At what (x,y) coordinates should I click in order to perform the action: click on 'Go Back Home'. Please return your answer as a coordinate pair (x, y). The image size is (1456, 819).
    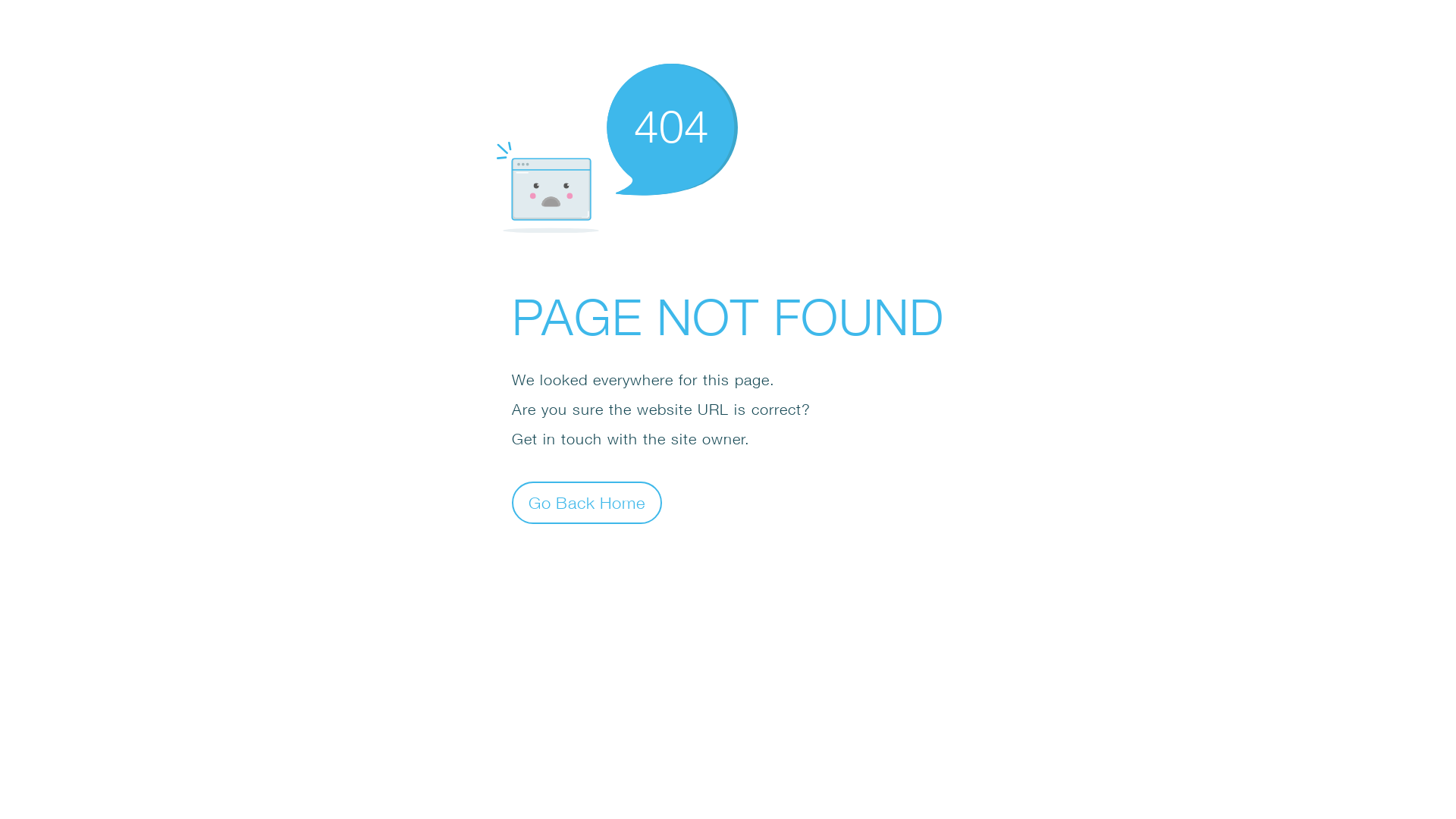
    Looking at the image, I should click on (585, 503).